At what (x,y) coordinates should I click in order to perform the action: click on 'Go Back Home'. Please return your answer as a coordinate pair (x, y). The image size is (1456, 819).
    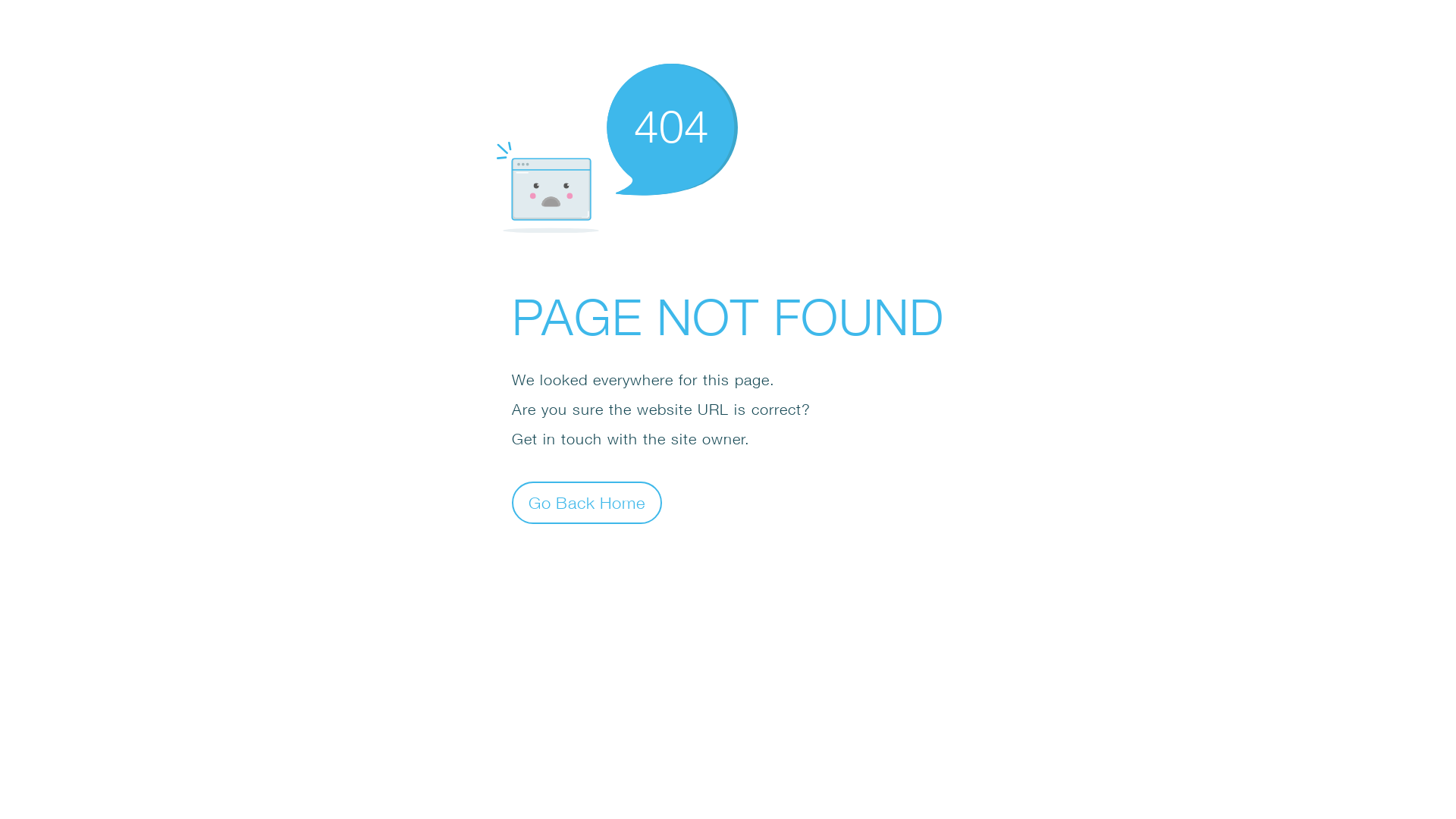
    Looking at the image, I should click on (585, 503).